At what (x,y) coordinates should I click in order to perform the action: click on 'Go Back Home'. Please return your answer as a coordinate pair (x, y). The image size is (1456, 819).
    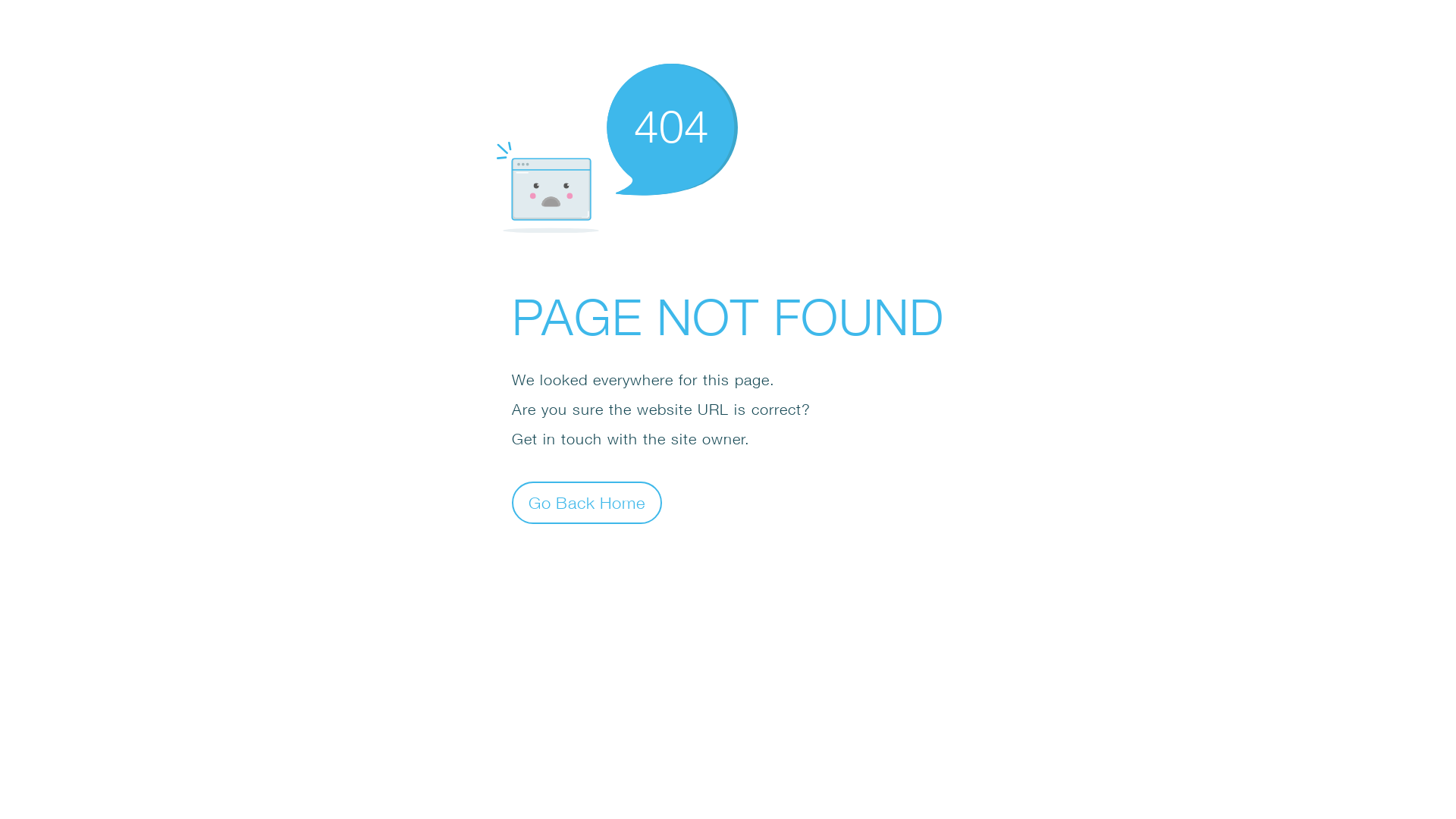
    Looking at the image, I should click on (585, 503).